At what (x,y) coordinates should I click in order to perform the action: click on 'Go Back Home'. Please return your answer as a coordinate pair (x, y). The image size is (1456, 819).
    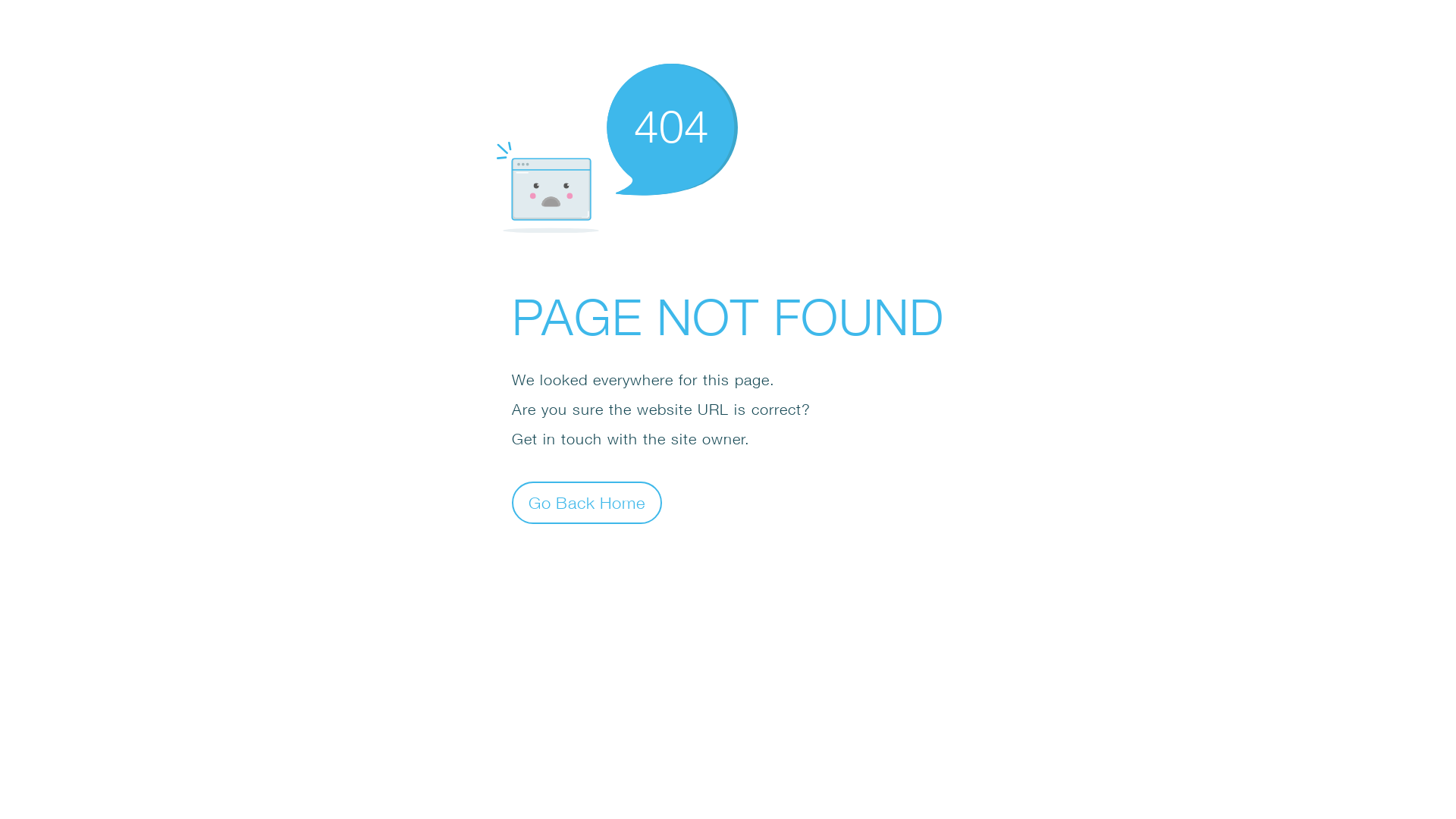
    Looking at the image, I should click on (585, 503).